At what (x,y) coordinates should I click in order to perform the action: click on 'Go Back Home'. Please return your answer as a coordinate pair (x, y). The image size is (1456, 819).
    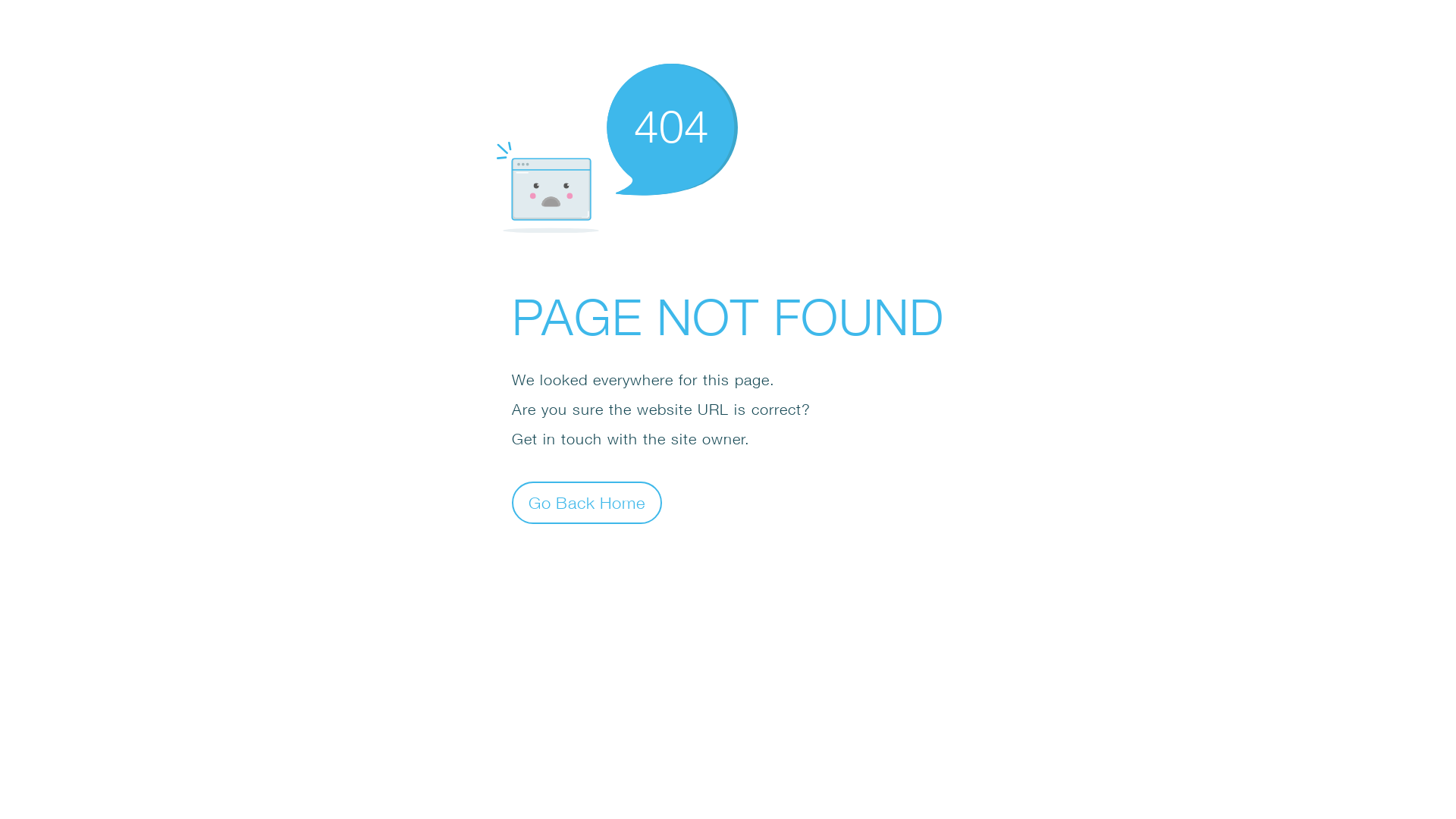
    Looking at the image, I should click on (585, 503).